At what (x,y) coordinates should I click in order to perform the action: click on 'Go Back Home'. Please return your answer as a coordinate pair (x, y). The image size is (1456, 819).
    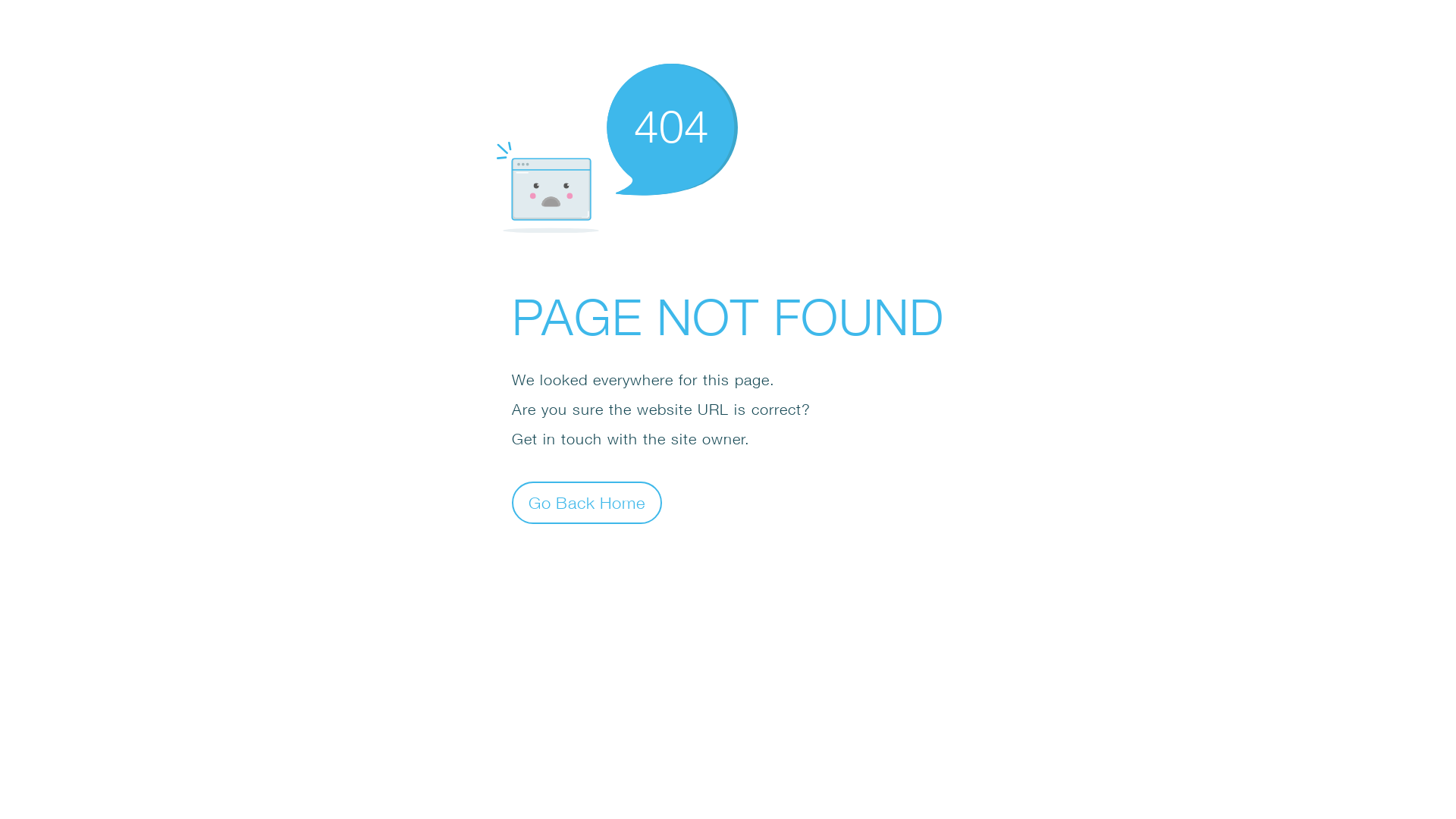
    Looking at the image, I should click on (585, 503).